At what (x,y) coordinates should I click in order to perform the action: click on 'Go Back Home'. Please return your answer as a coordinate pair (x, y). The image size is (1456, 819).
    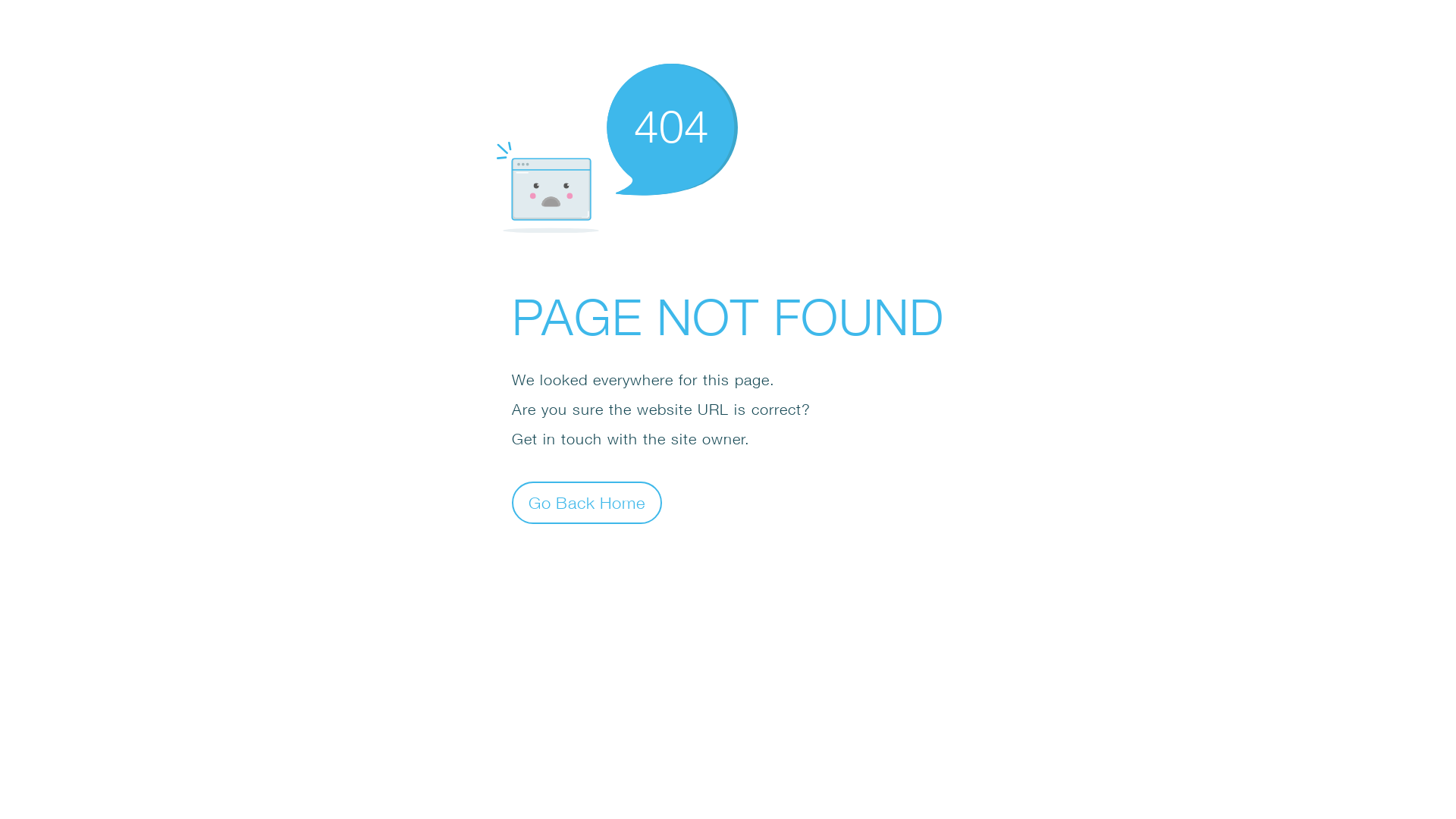
    Looking at the image, I should click on (585, 503).